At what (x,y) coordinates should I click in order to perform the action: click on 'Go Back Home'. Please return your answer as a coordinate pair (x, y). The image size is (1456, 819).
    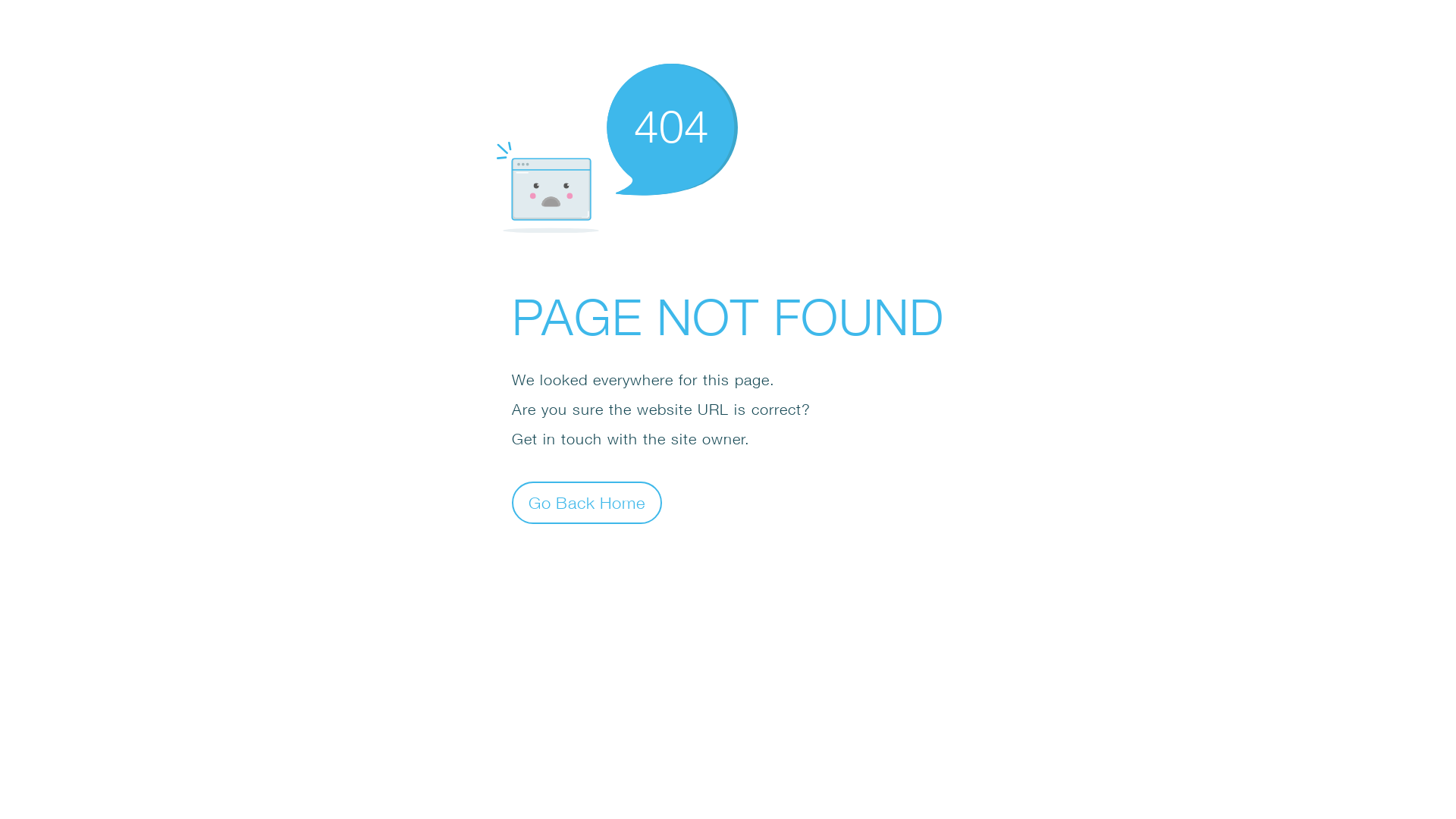
    Looking at the image, I should click on (585, 503).